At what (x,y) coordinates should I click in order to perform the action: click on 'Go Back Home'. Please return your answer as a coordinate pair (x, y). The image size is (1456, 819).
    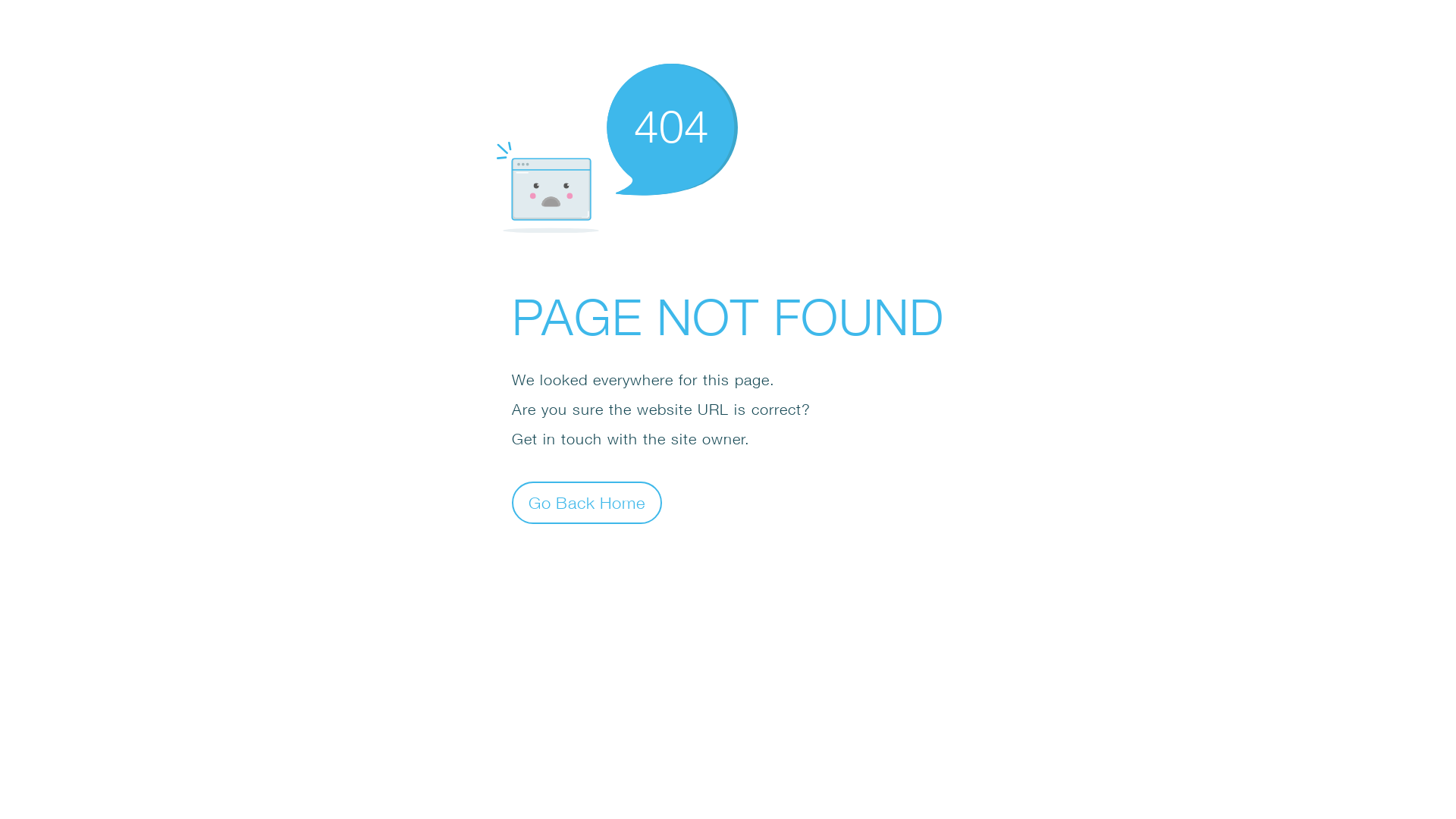
    Looking at the image, I should click on (585, 503).